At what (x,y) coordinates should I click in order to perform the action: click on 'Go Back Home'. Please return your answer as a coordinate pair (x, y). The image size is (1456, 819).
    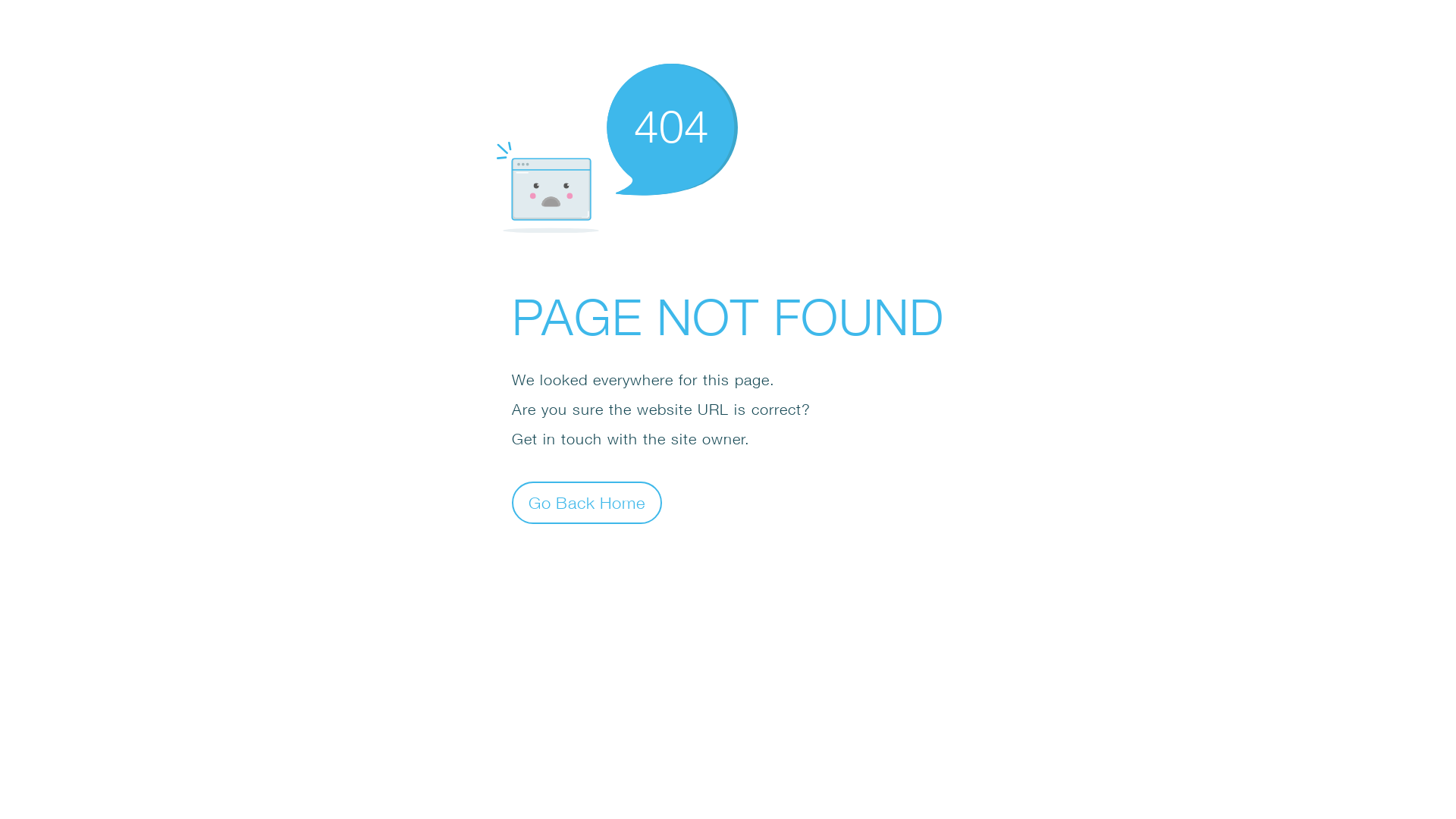
    Looking at the image, I should click on (585, 503).